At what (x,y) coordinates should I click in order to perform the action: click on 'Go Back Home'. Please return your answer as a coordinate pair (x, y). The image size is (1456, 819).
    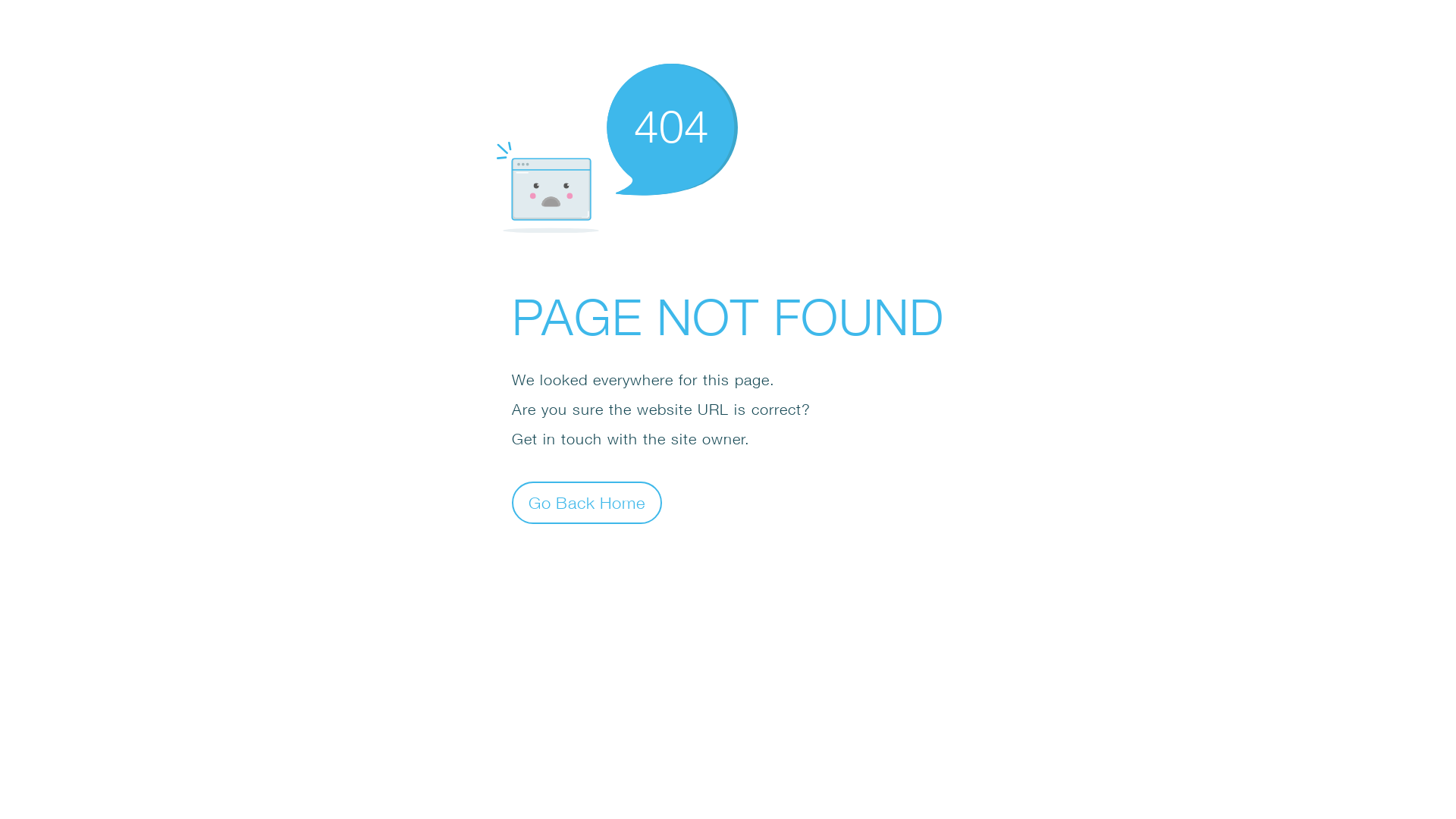
    Looking at the image, I should click on (585, 503).